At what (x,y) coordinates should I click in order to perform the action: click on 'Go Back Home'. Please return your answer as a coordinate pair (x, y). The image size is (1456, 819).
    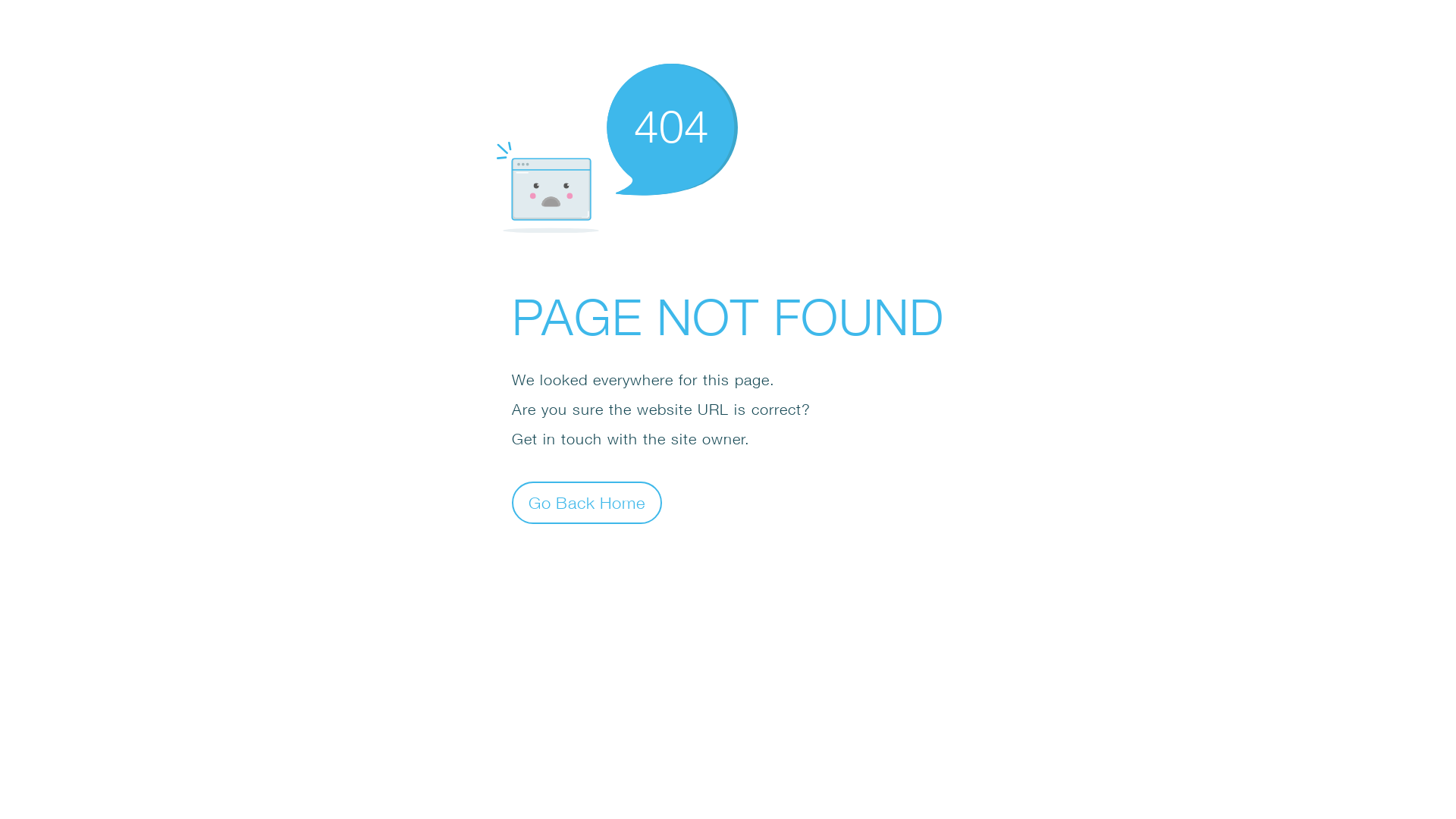
    Looking at the image, I should click on (585, 503).